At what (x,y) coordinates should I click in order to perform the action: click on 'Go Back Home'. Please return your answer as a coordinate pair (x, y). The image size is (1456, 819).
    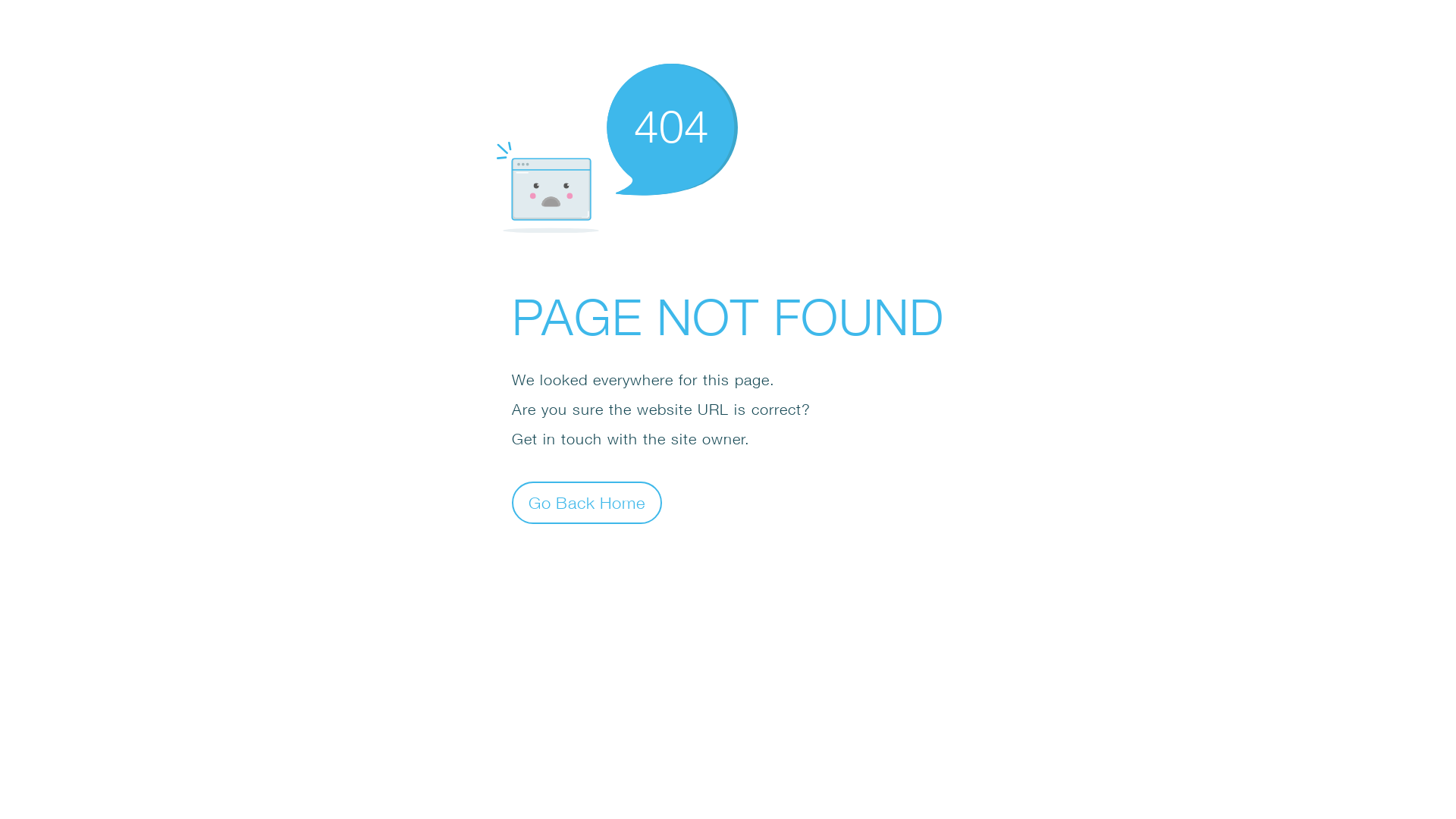
    Looking at the image, I should click on (585, 503).